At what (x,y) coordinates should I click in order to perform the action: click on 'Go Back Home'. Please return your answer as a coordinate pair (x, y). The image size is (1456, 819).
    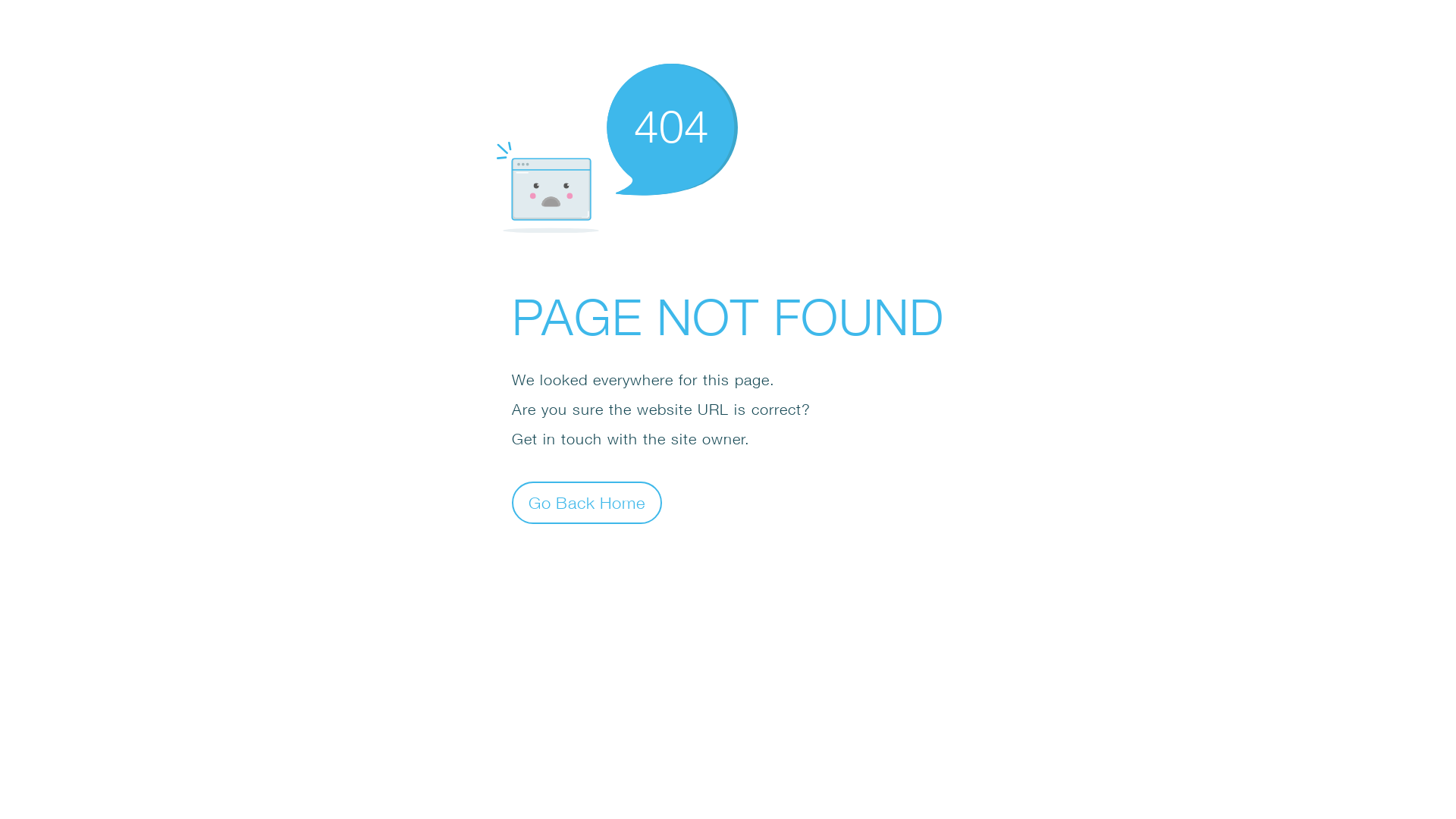
    Looking at the image, I should click on (585, 503).